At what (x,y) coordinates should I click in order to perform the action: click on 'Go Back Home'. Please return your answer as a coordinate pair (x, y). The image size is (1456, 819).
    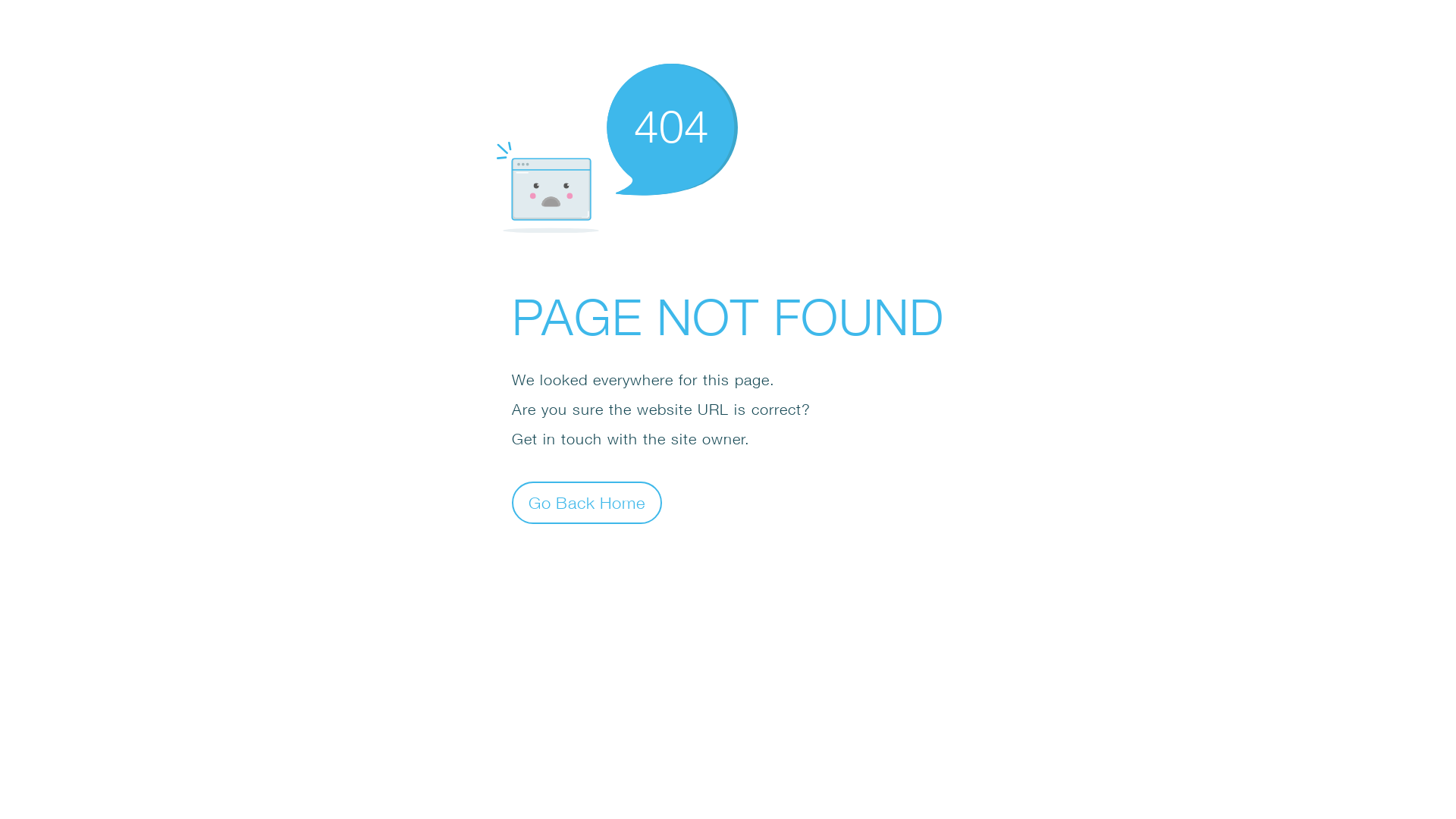
    Looking at the image, I should click on (585, 503).